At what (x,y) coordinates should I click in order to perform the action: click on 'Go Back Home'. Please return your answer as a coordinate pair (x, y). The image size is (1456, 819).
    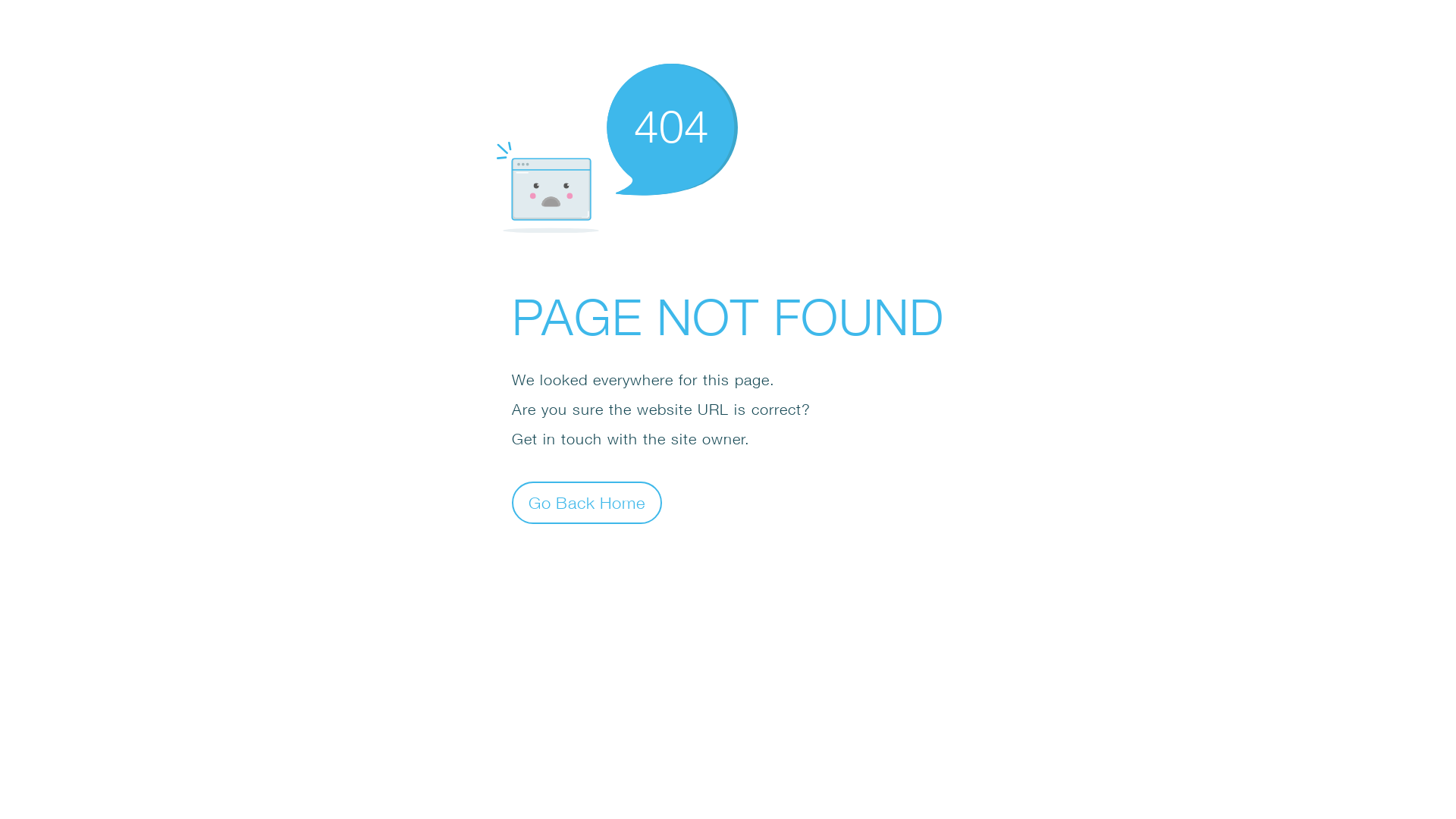
    Looking at the image, I should click on (585, 503).